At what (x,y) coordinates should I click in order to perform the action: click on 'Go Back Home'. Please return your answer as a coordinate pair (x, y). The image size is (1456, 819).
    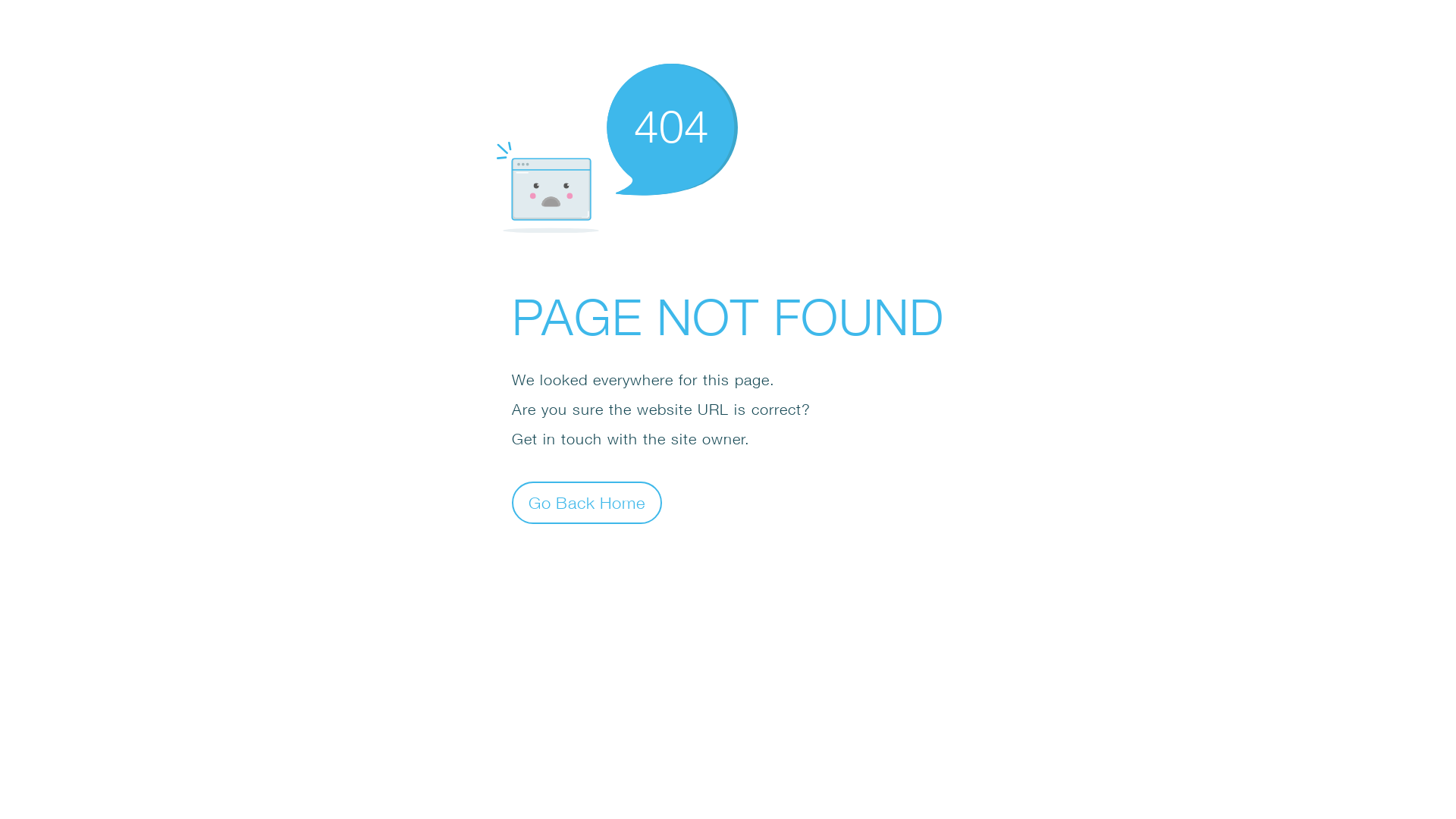
    Looking at the image, I should click on (585, 503).